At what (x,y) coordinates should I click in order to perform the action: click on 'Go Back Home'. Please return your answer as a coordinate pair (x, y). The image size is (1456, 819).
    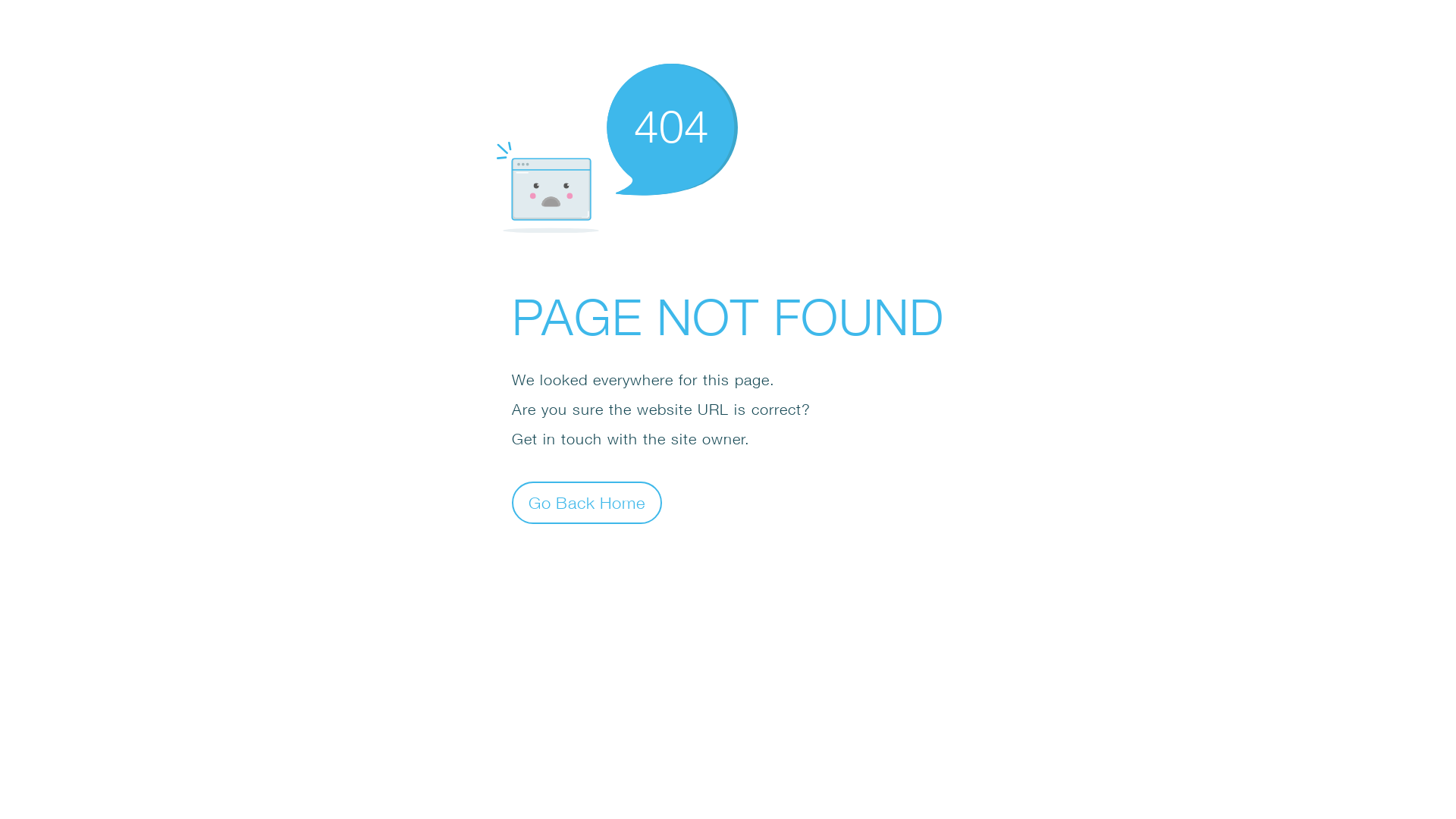
    Looking at the image, I should click on (585, 503).